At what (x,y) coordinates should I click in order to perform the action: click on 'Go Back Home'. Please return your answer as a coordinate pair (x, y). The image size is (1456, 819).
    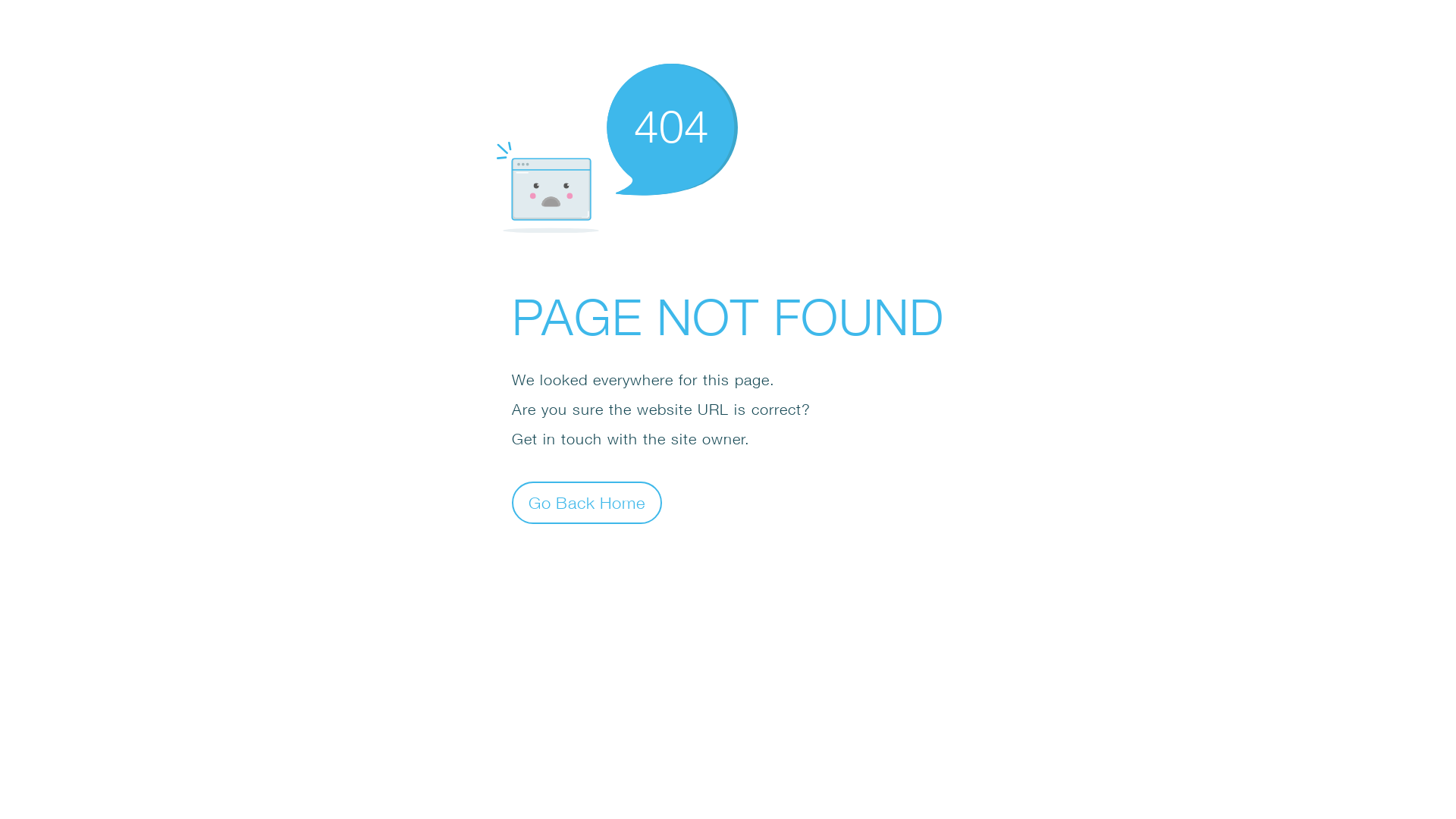
    Looking at the image, I should click on (585, 503).